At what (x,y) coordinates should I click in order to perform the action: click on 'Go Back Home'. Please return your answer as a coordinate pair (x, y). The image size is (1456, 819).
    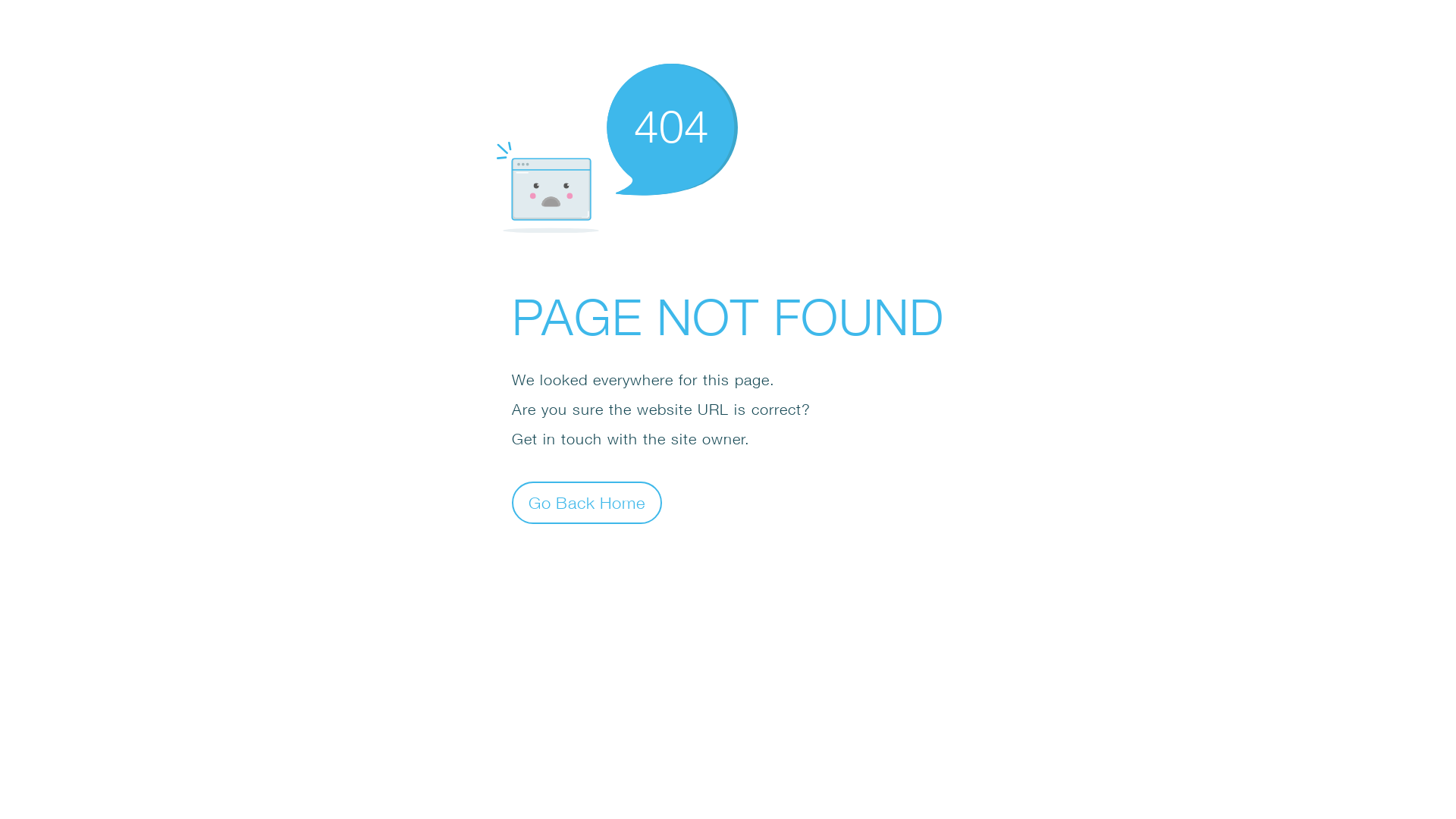
    Looking at the image, I should click on (585, 503).